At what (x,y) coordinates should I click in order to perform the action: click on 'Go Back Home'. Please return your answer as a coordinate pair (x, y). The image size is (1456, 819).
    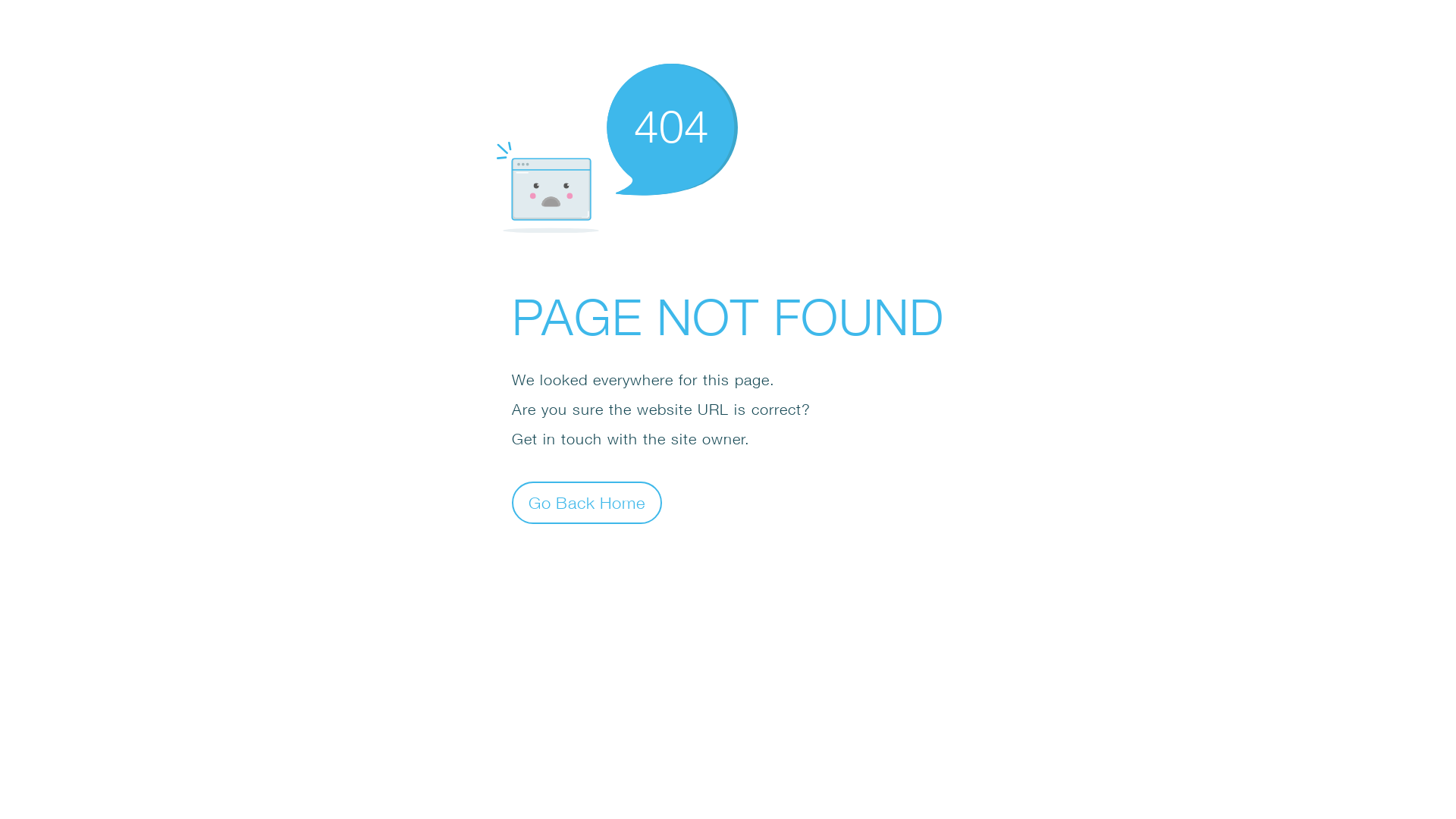
    Looking at the image, I should click on (585, 503).